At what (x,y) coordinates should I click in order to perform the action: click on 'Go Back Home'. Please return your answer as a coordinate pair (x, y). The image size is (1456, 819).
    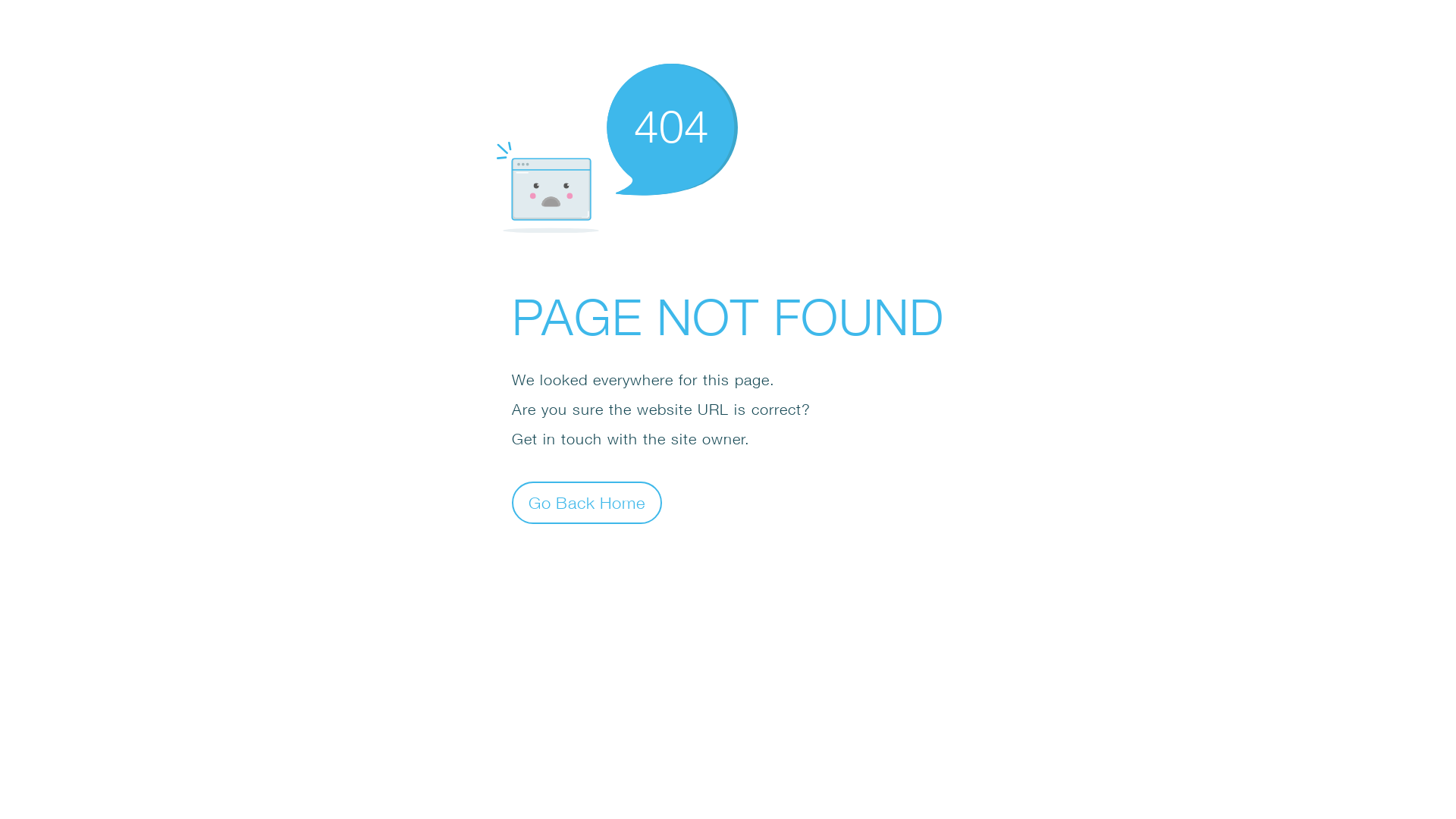
    Looking at the image, I should click on (585, 503).